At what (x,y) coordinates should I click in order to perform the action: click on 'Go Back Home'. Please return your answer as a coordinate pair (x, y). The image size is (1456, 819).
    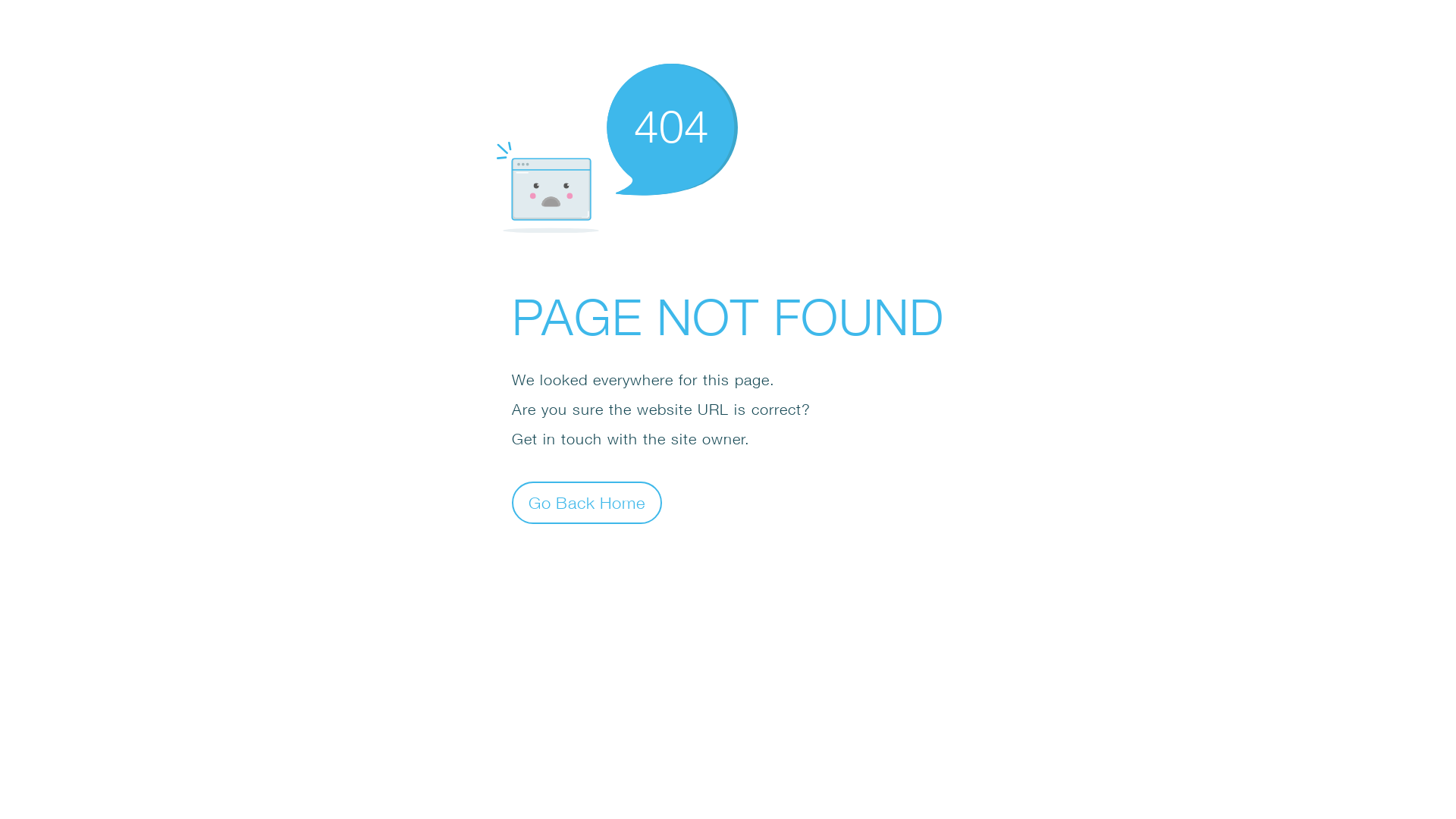
    Looking at the image, I should click on (585, 503).